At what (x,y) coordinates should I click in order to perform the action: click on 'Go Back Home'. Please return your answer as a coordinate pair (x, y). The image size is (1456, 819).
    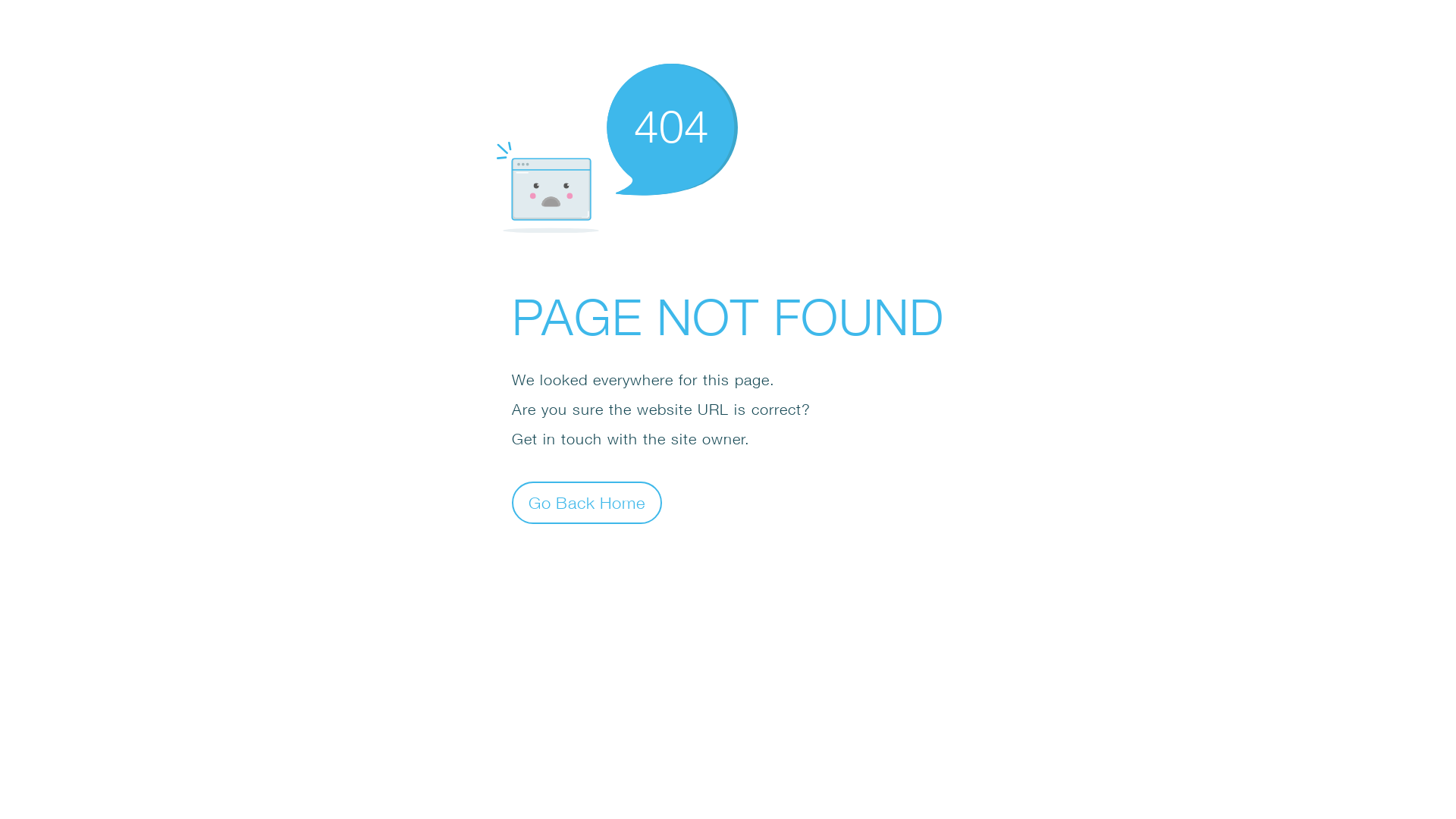
    Looking at the image, I should click on (585, 503).